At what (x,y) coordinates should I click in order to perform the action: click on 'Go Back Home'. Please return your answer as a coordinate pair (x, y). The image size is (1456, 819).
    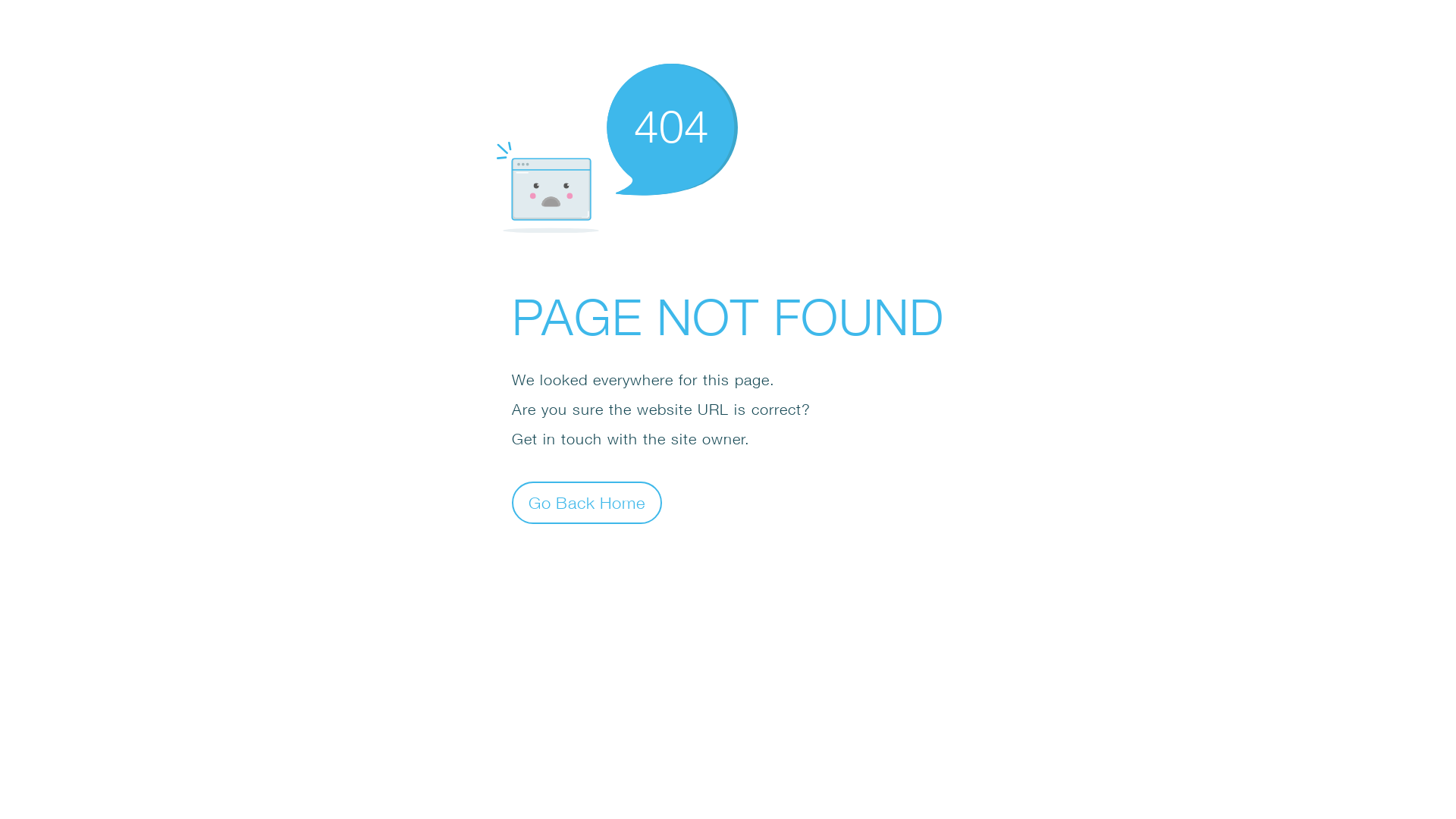
    Looking at the image, I should click on (585, 503).